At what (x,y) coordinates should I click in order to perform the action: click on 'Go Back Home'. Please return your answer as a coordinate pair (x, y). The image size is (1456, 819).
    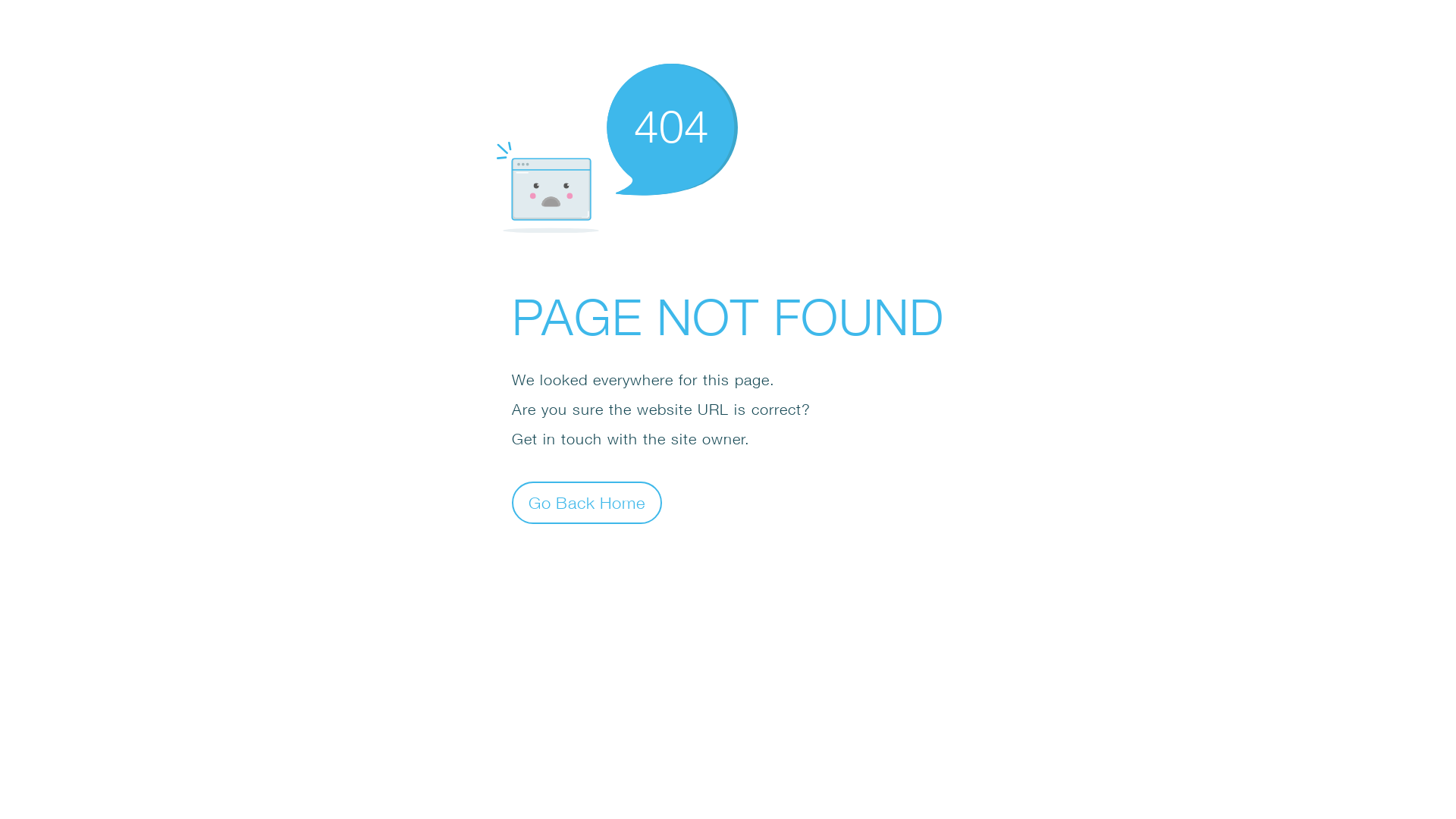
    Looking at the image, I should click on (585, 503).